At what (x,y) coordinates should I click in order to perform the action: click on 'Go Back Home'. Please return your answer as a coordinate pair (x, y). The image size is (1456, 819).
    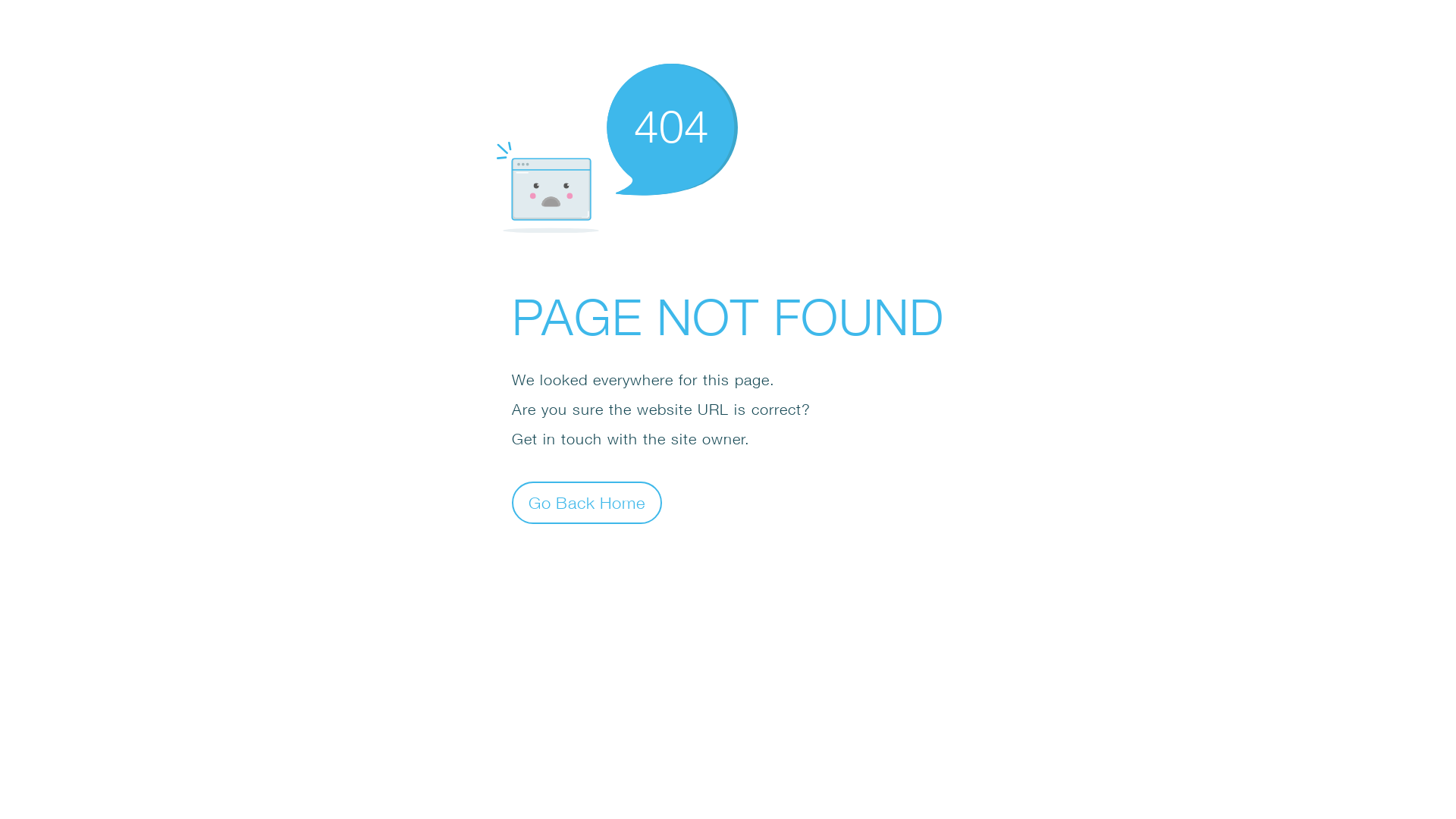
    Looking at the image, I should click on (585, 503).